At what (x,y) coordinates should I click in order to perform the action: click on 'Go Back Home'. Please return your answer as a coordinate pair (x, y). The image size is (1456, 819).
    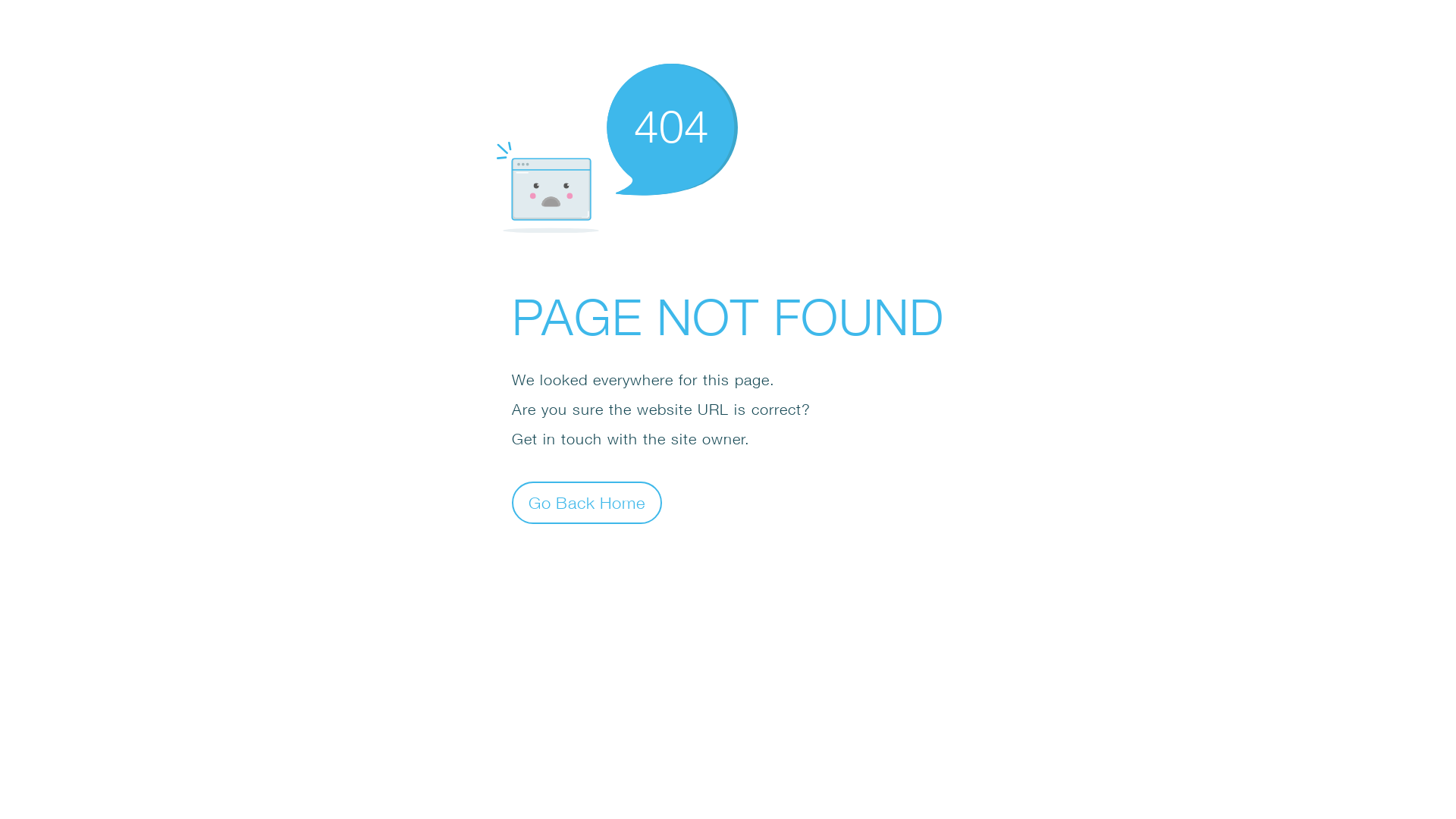
    Looking at the image, I should click on (585, 503).